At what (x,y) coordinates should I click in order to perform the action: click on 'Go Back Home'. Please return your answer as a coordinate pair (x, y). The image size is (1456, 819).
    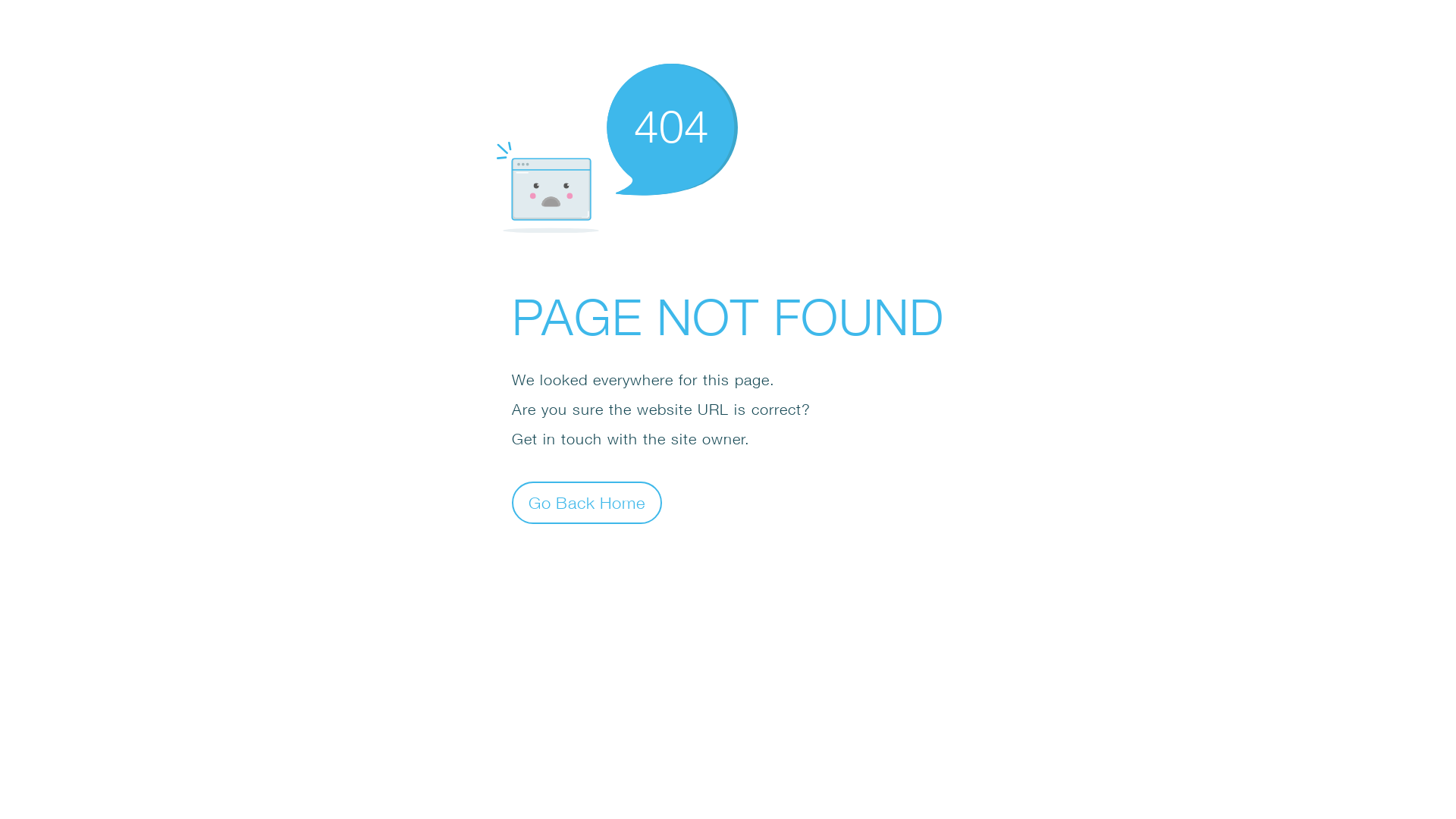
    Looking at the image, I should click on (585, 503).